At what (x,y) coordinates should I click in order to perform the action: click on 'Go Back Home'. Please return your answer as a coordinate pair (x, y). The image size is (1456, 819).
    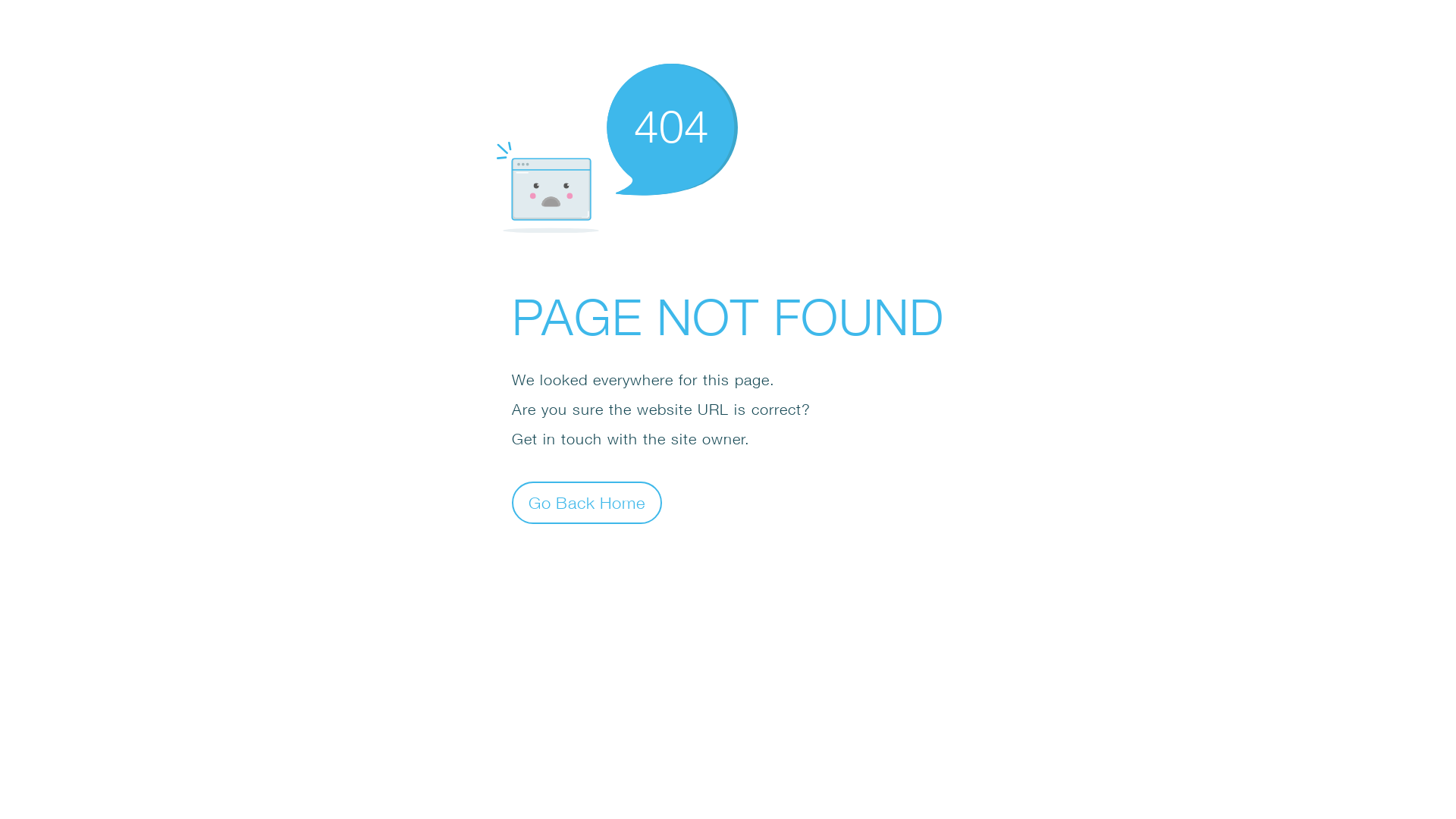
    Looking at the image, I should click on (585, 503).